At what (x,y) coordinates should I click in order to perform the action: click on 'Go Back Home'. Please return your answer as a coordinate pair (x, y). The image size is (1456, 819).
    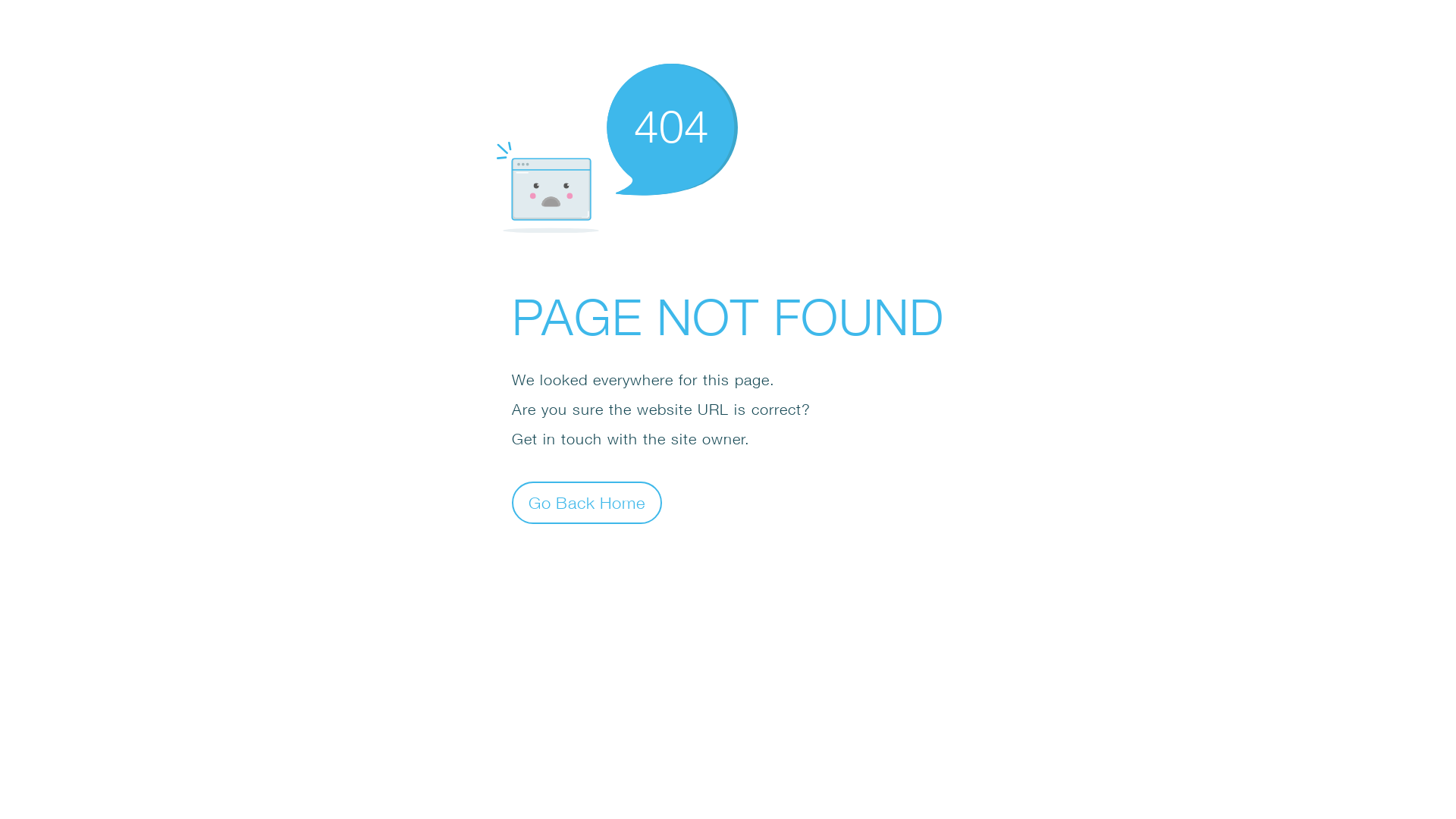
    Looking at the image, I should click on (585, 503).